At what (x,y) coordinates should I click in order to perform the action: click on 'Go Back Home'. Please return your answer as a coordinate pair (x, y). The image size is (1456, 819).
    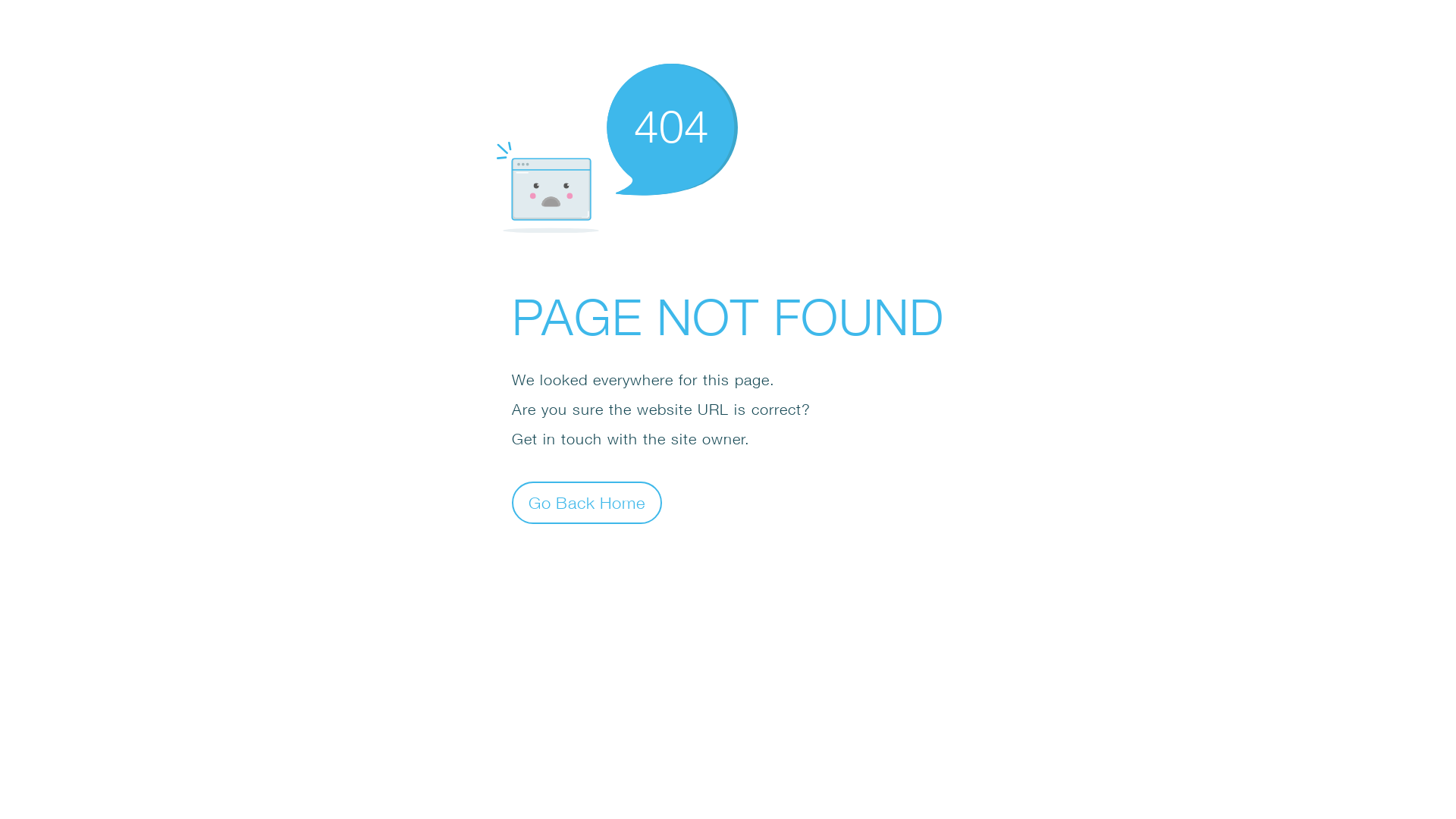
    Looking at the image, I should click on (585, 503).